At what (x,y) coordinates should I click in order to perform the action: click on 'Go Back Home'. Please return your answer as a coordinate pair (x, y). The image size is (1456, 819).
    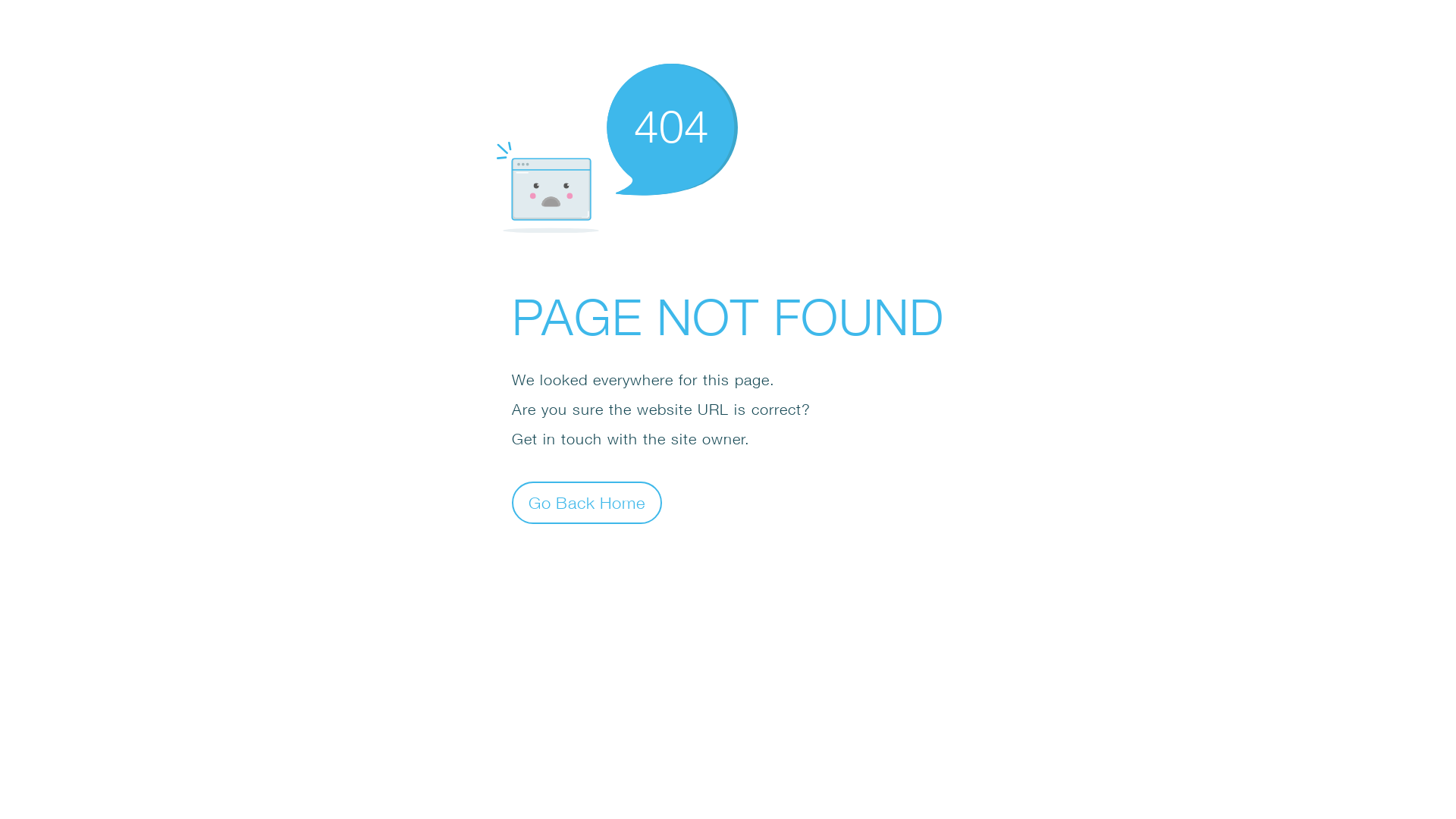
    Looking at the image, I should click on (585, 503).